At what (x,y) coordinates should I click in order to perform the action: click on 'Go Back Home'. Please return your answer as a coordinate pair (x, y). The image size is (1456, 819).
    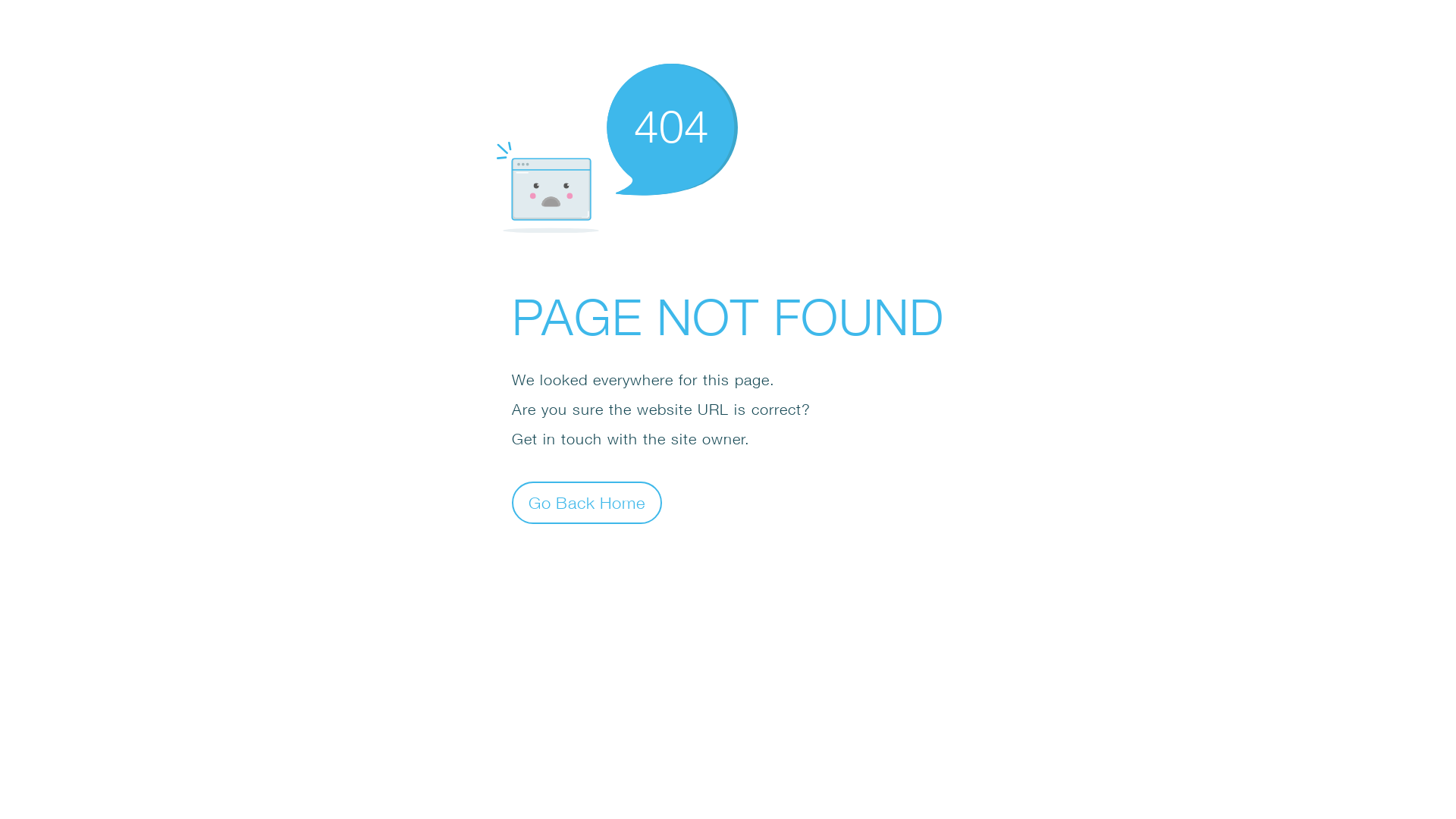
    Looking at the image, I should click on (585, 503).